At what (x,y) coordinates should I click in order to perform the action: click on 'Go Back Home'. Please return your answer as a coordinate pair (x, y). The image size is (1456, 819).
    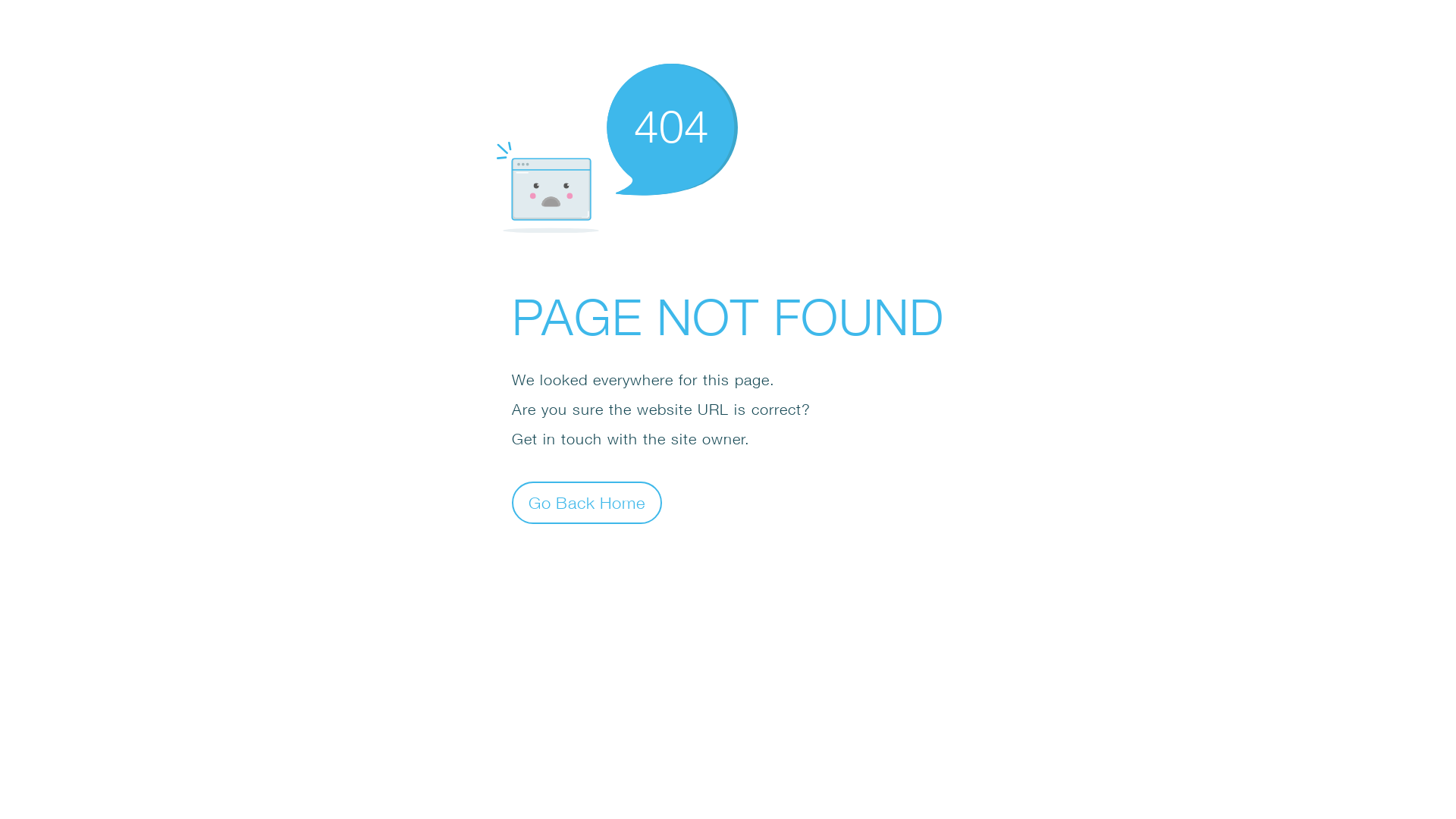
    Looking at the image, I should click on (585, 503).